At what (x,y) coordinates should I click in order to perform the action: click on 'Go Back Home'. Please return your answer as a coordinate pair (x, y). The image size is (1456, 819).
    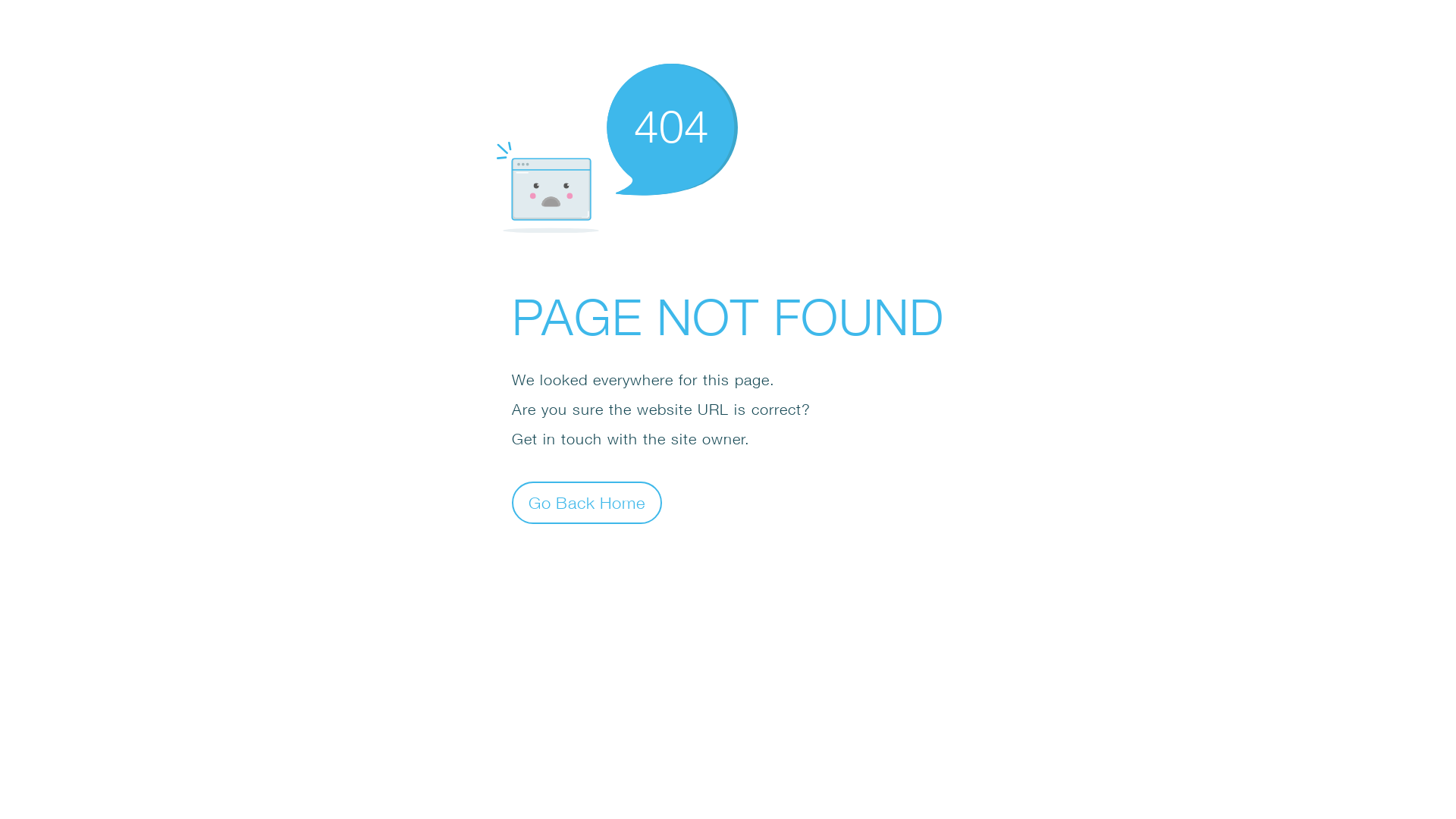
    Looking at the image, I should click on (585, 503).